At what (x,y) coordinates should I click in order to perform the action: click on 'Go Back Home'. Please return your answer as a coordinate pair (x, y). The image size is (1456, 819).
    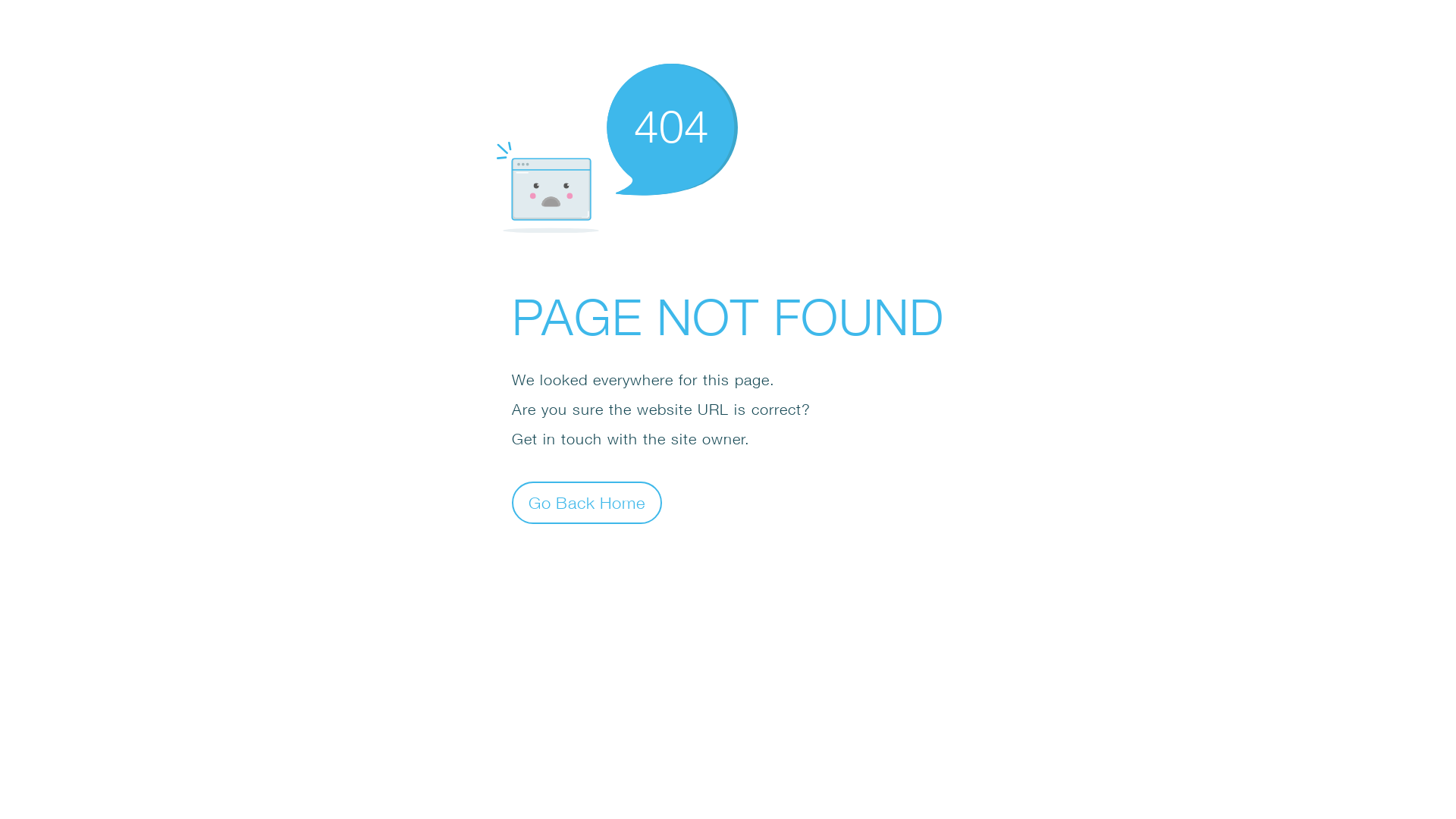
    Looking at the image, I should click on (585, 503).